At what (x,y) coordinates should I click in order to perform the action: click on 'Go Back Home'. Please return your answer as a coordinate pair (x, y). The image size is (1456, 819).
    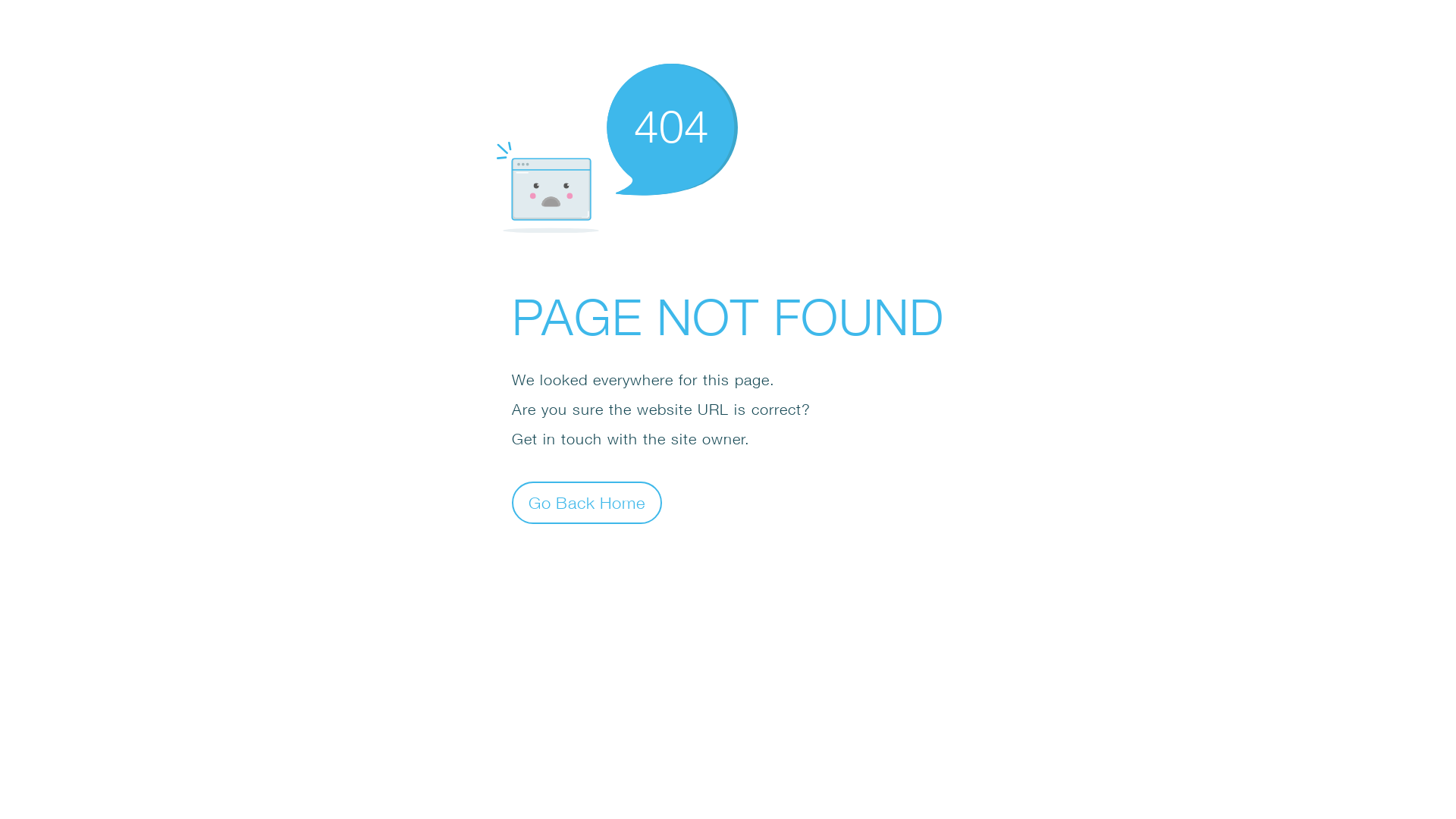
    Looking at the image, I should click on (585, 503).